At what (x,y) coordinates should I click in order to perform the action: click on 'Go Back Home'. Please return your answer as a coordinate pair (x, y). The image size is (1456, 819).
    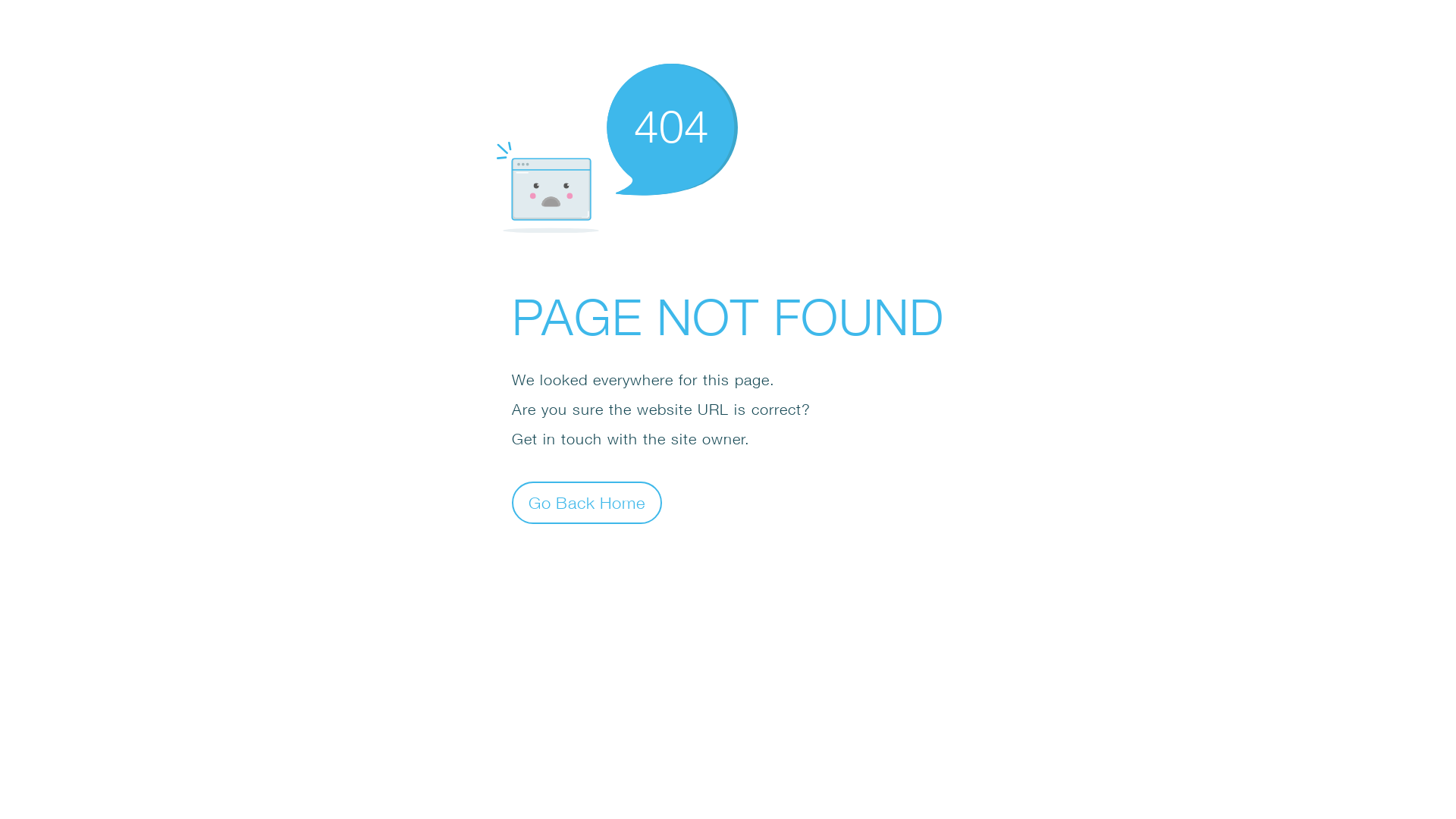
    Looking at the image, I should click on (585, 503).